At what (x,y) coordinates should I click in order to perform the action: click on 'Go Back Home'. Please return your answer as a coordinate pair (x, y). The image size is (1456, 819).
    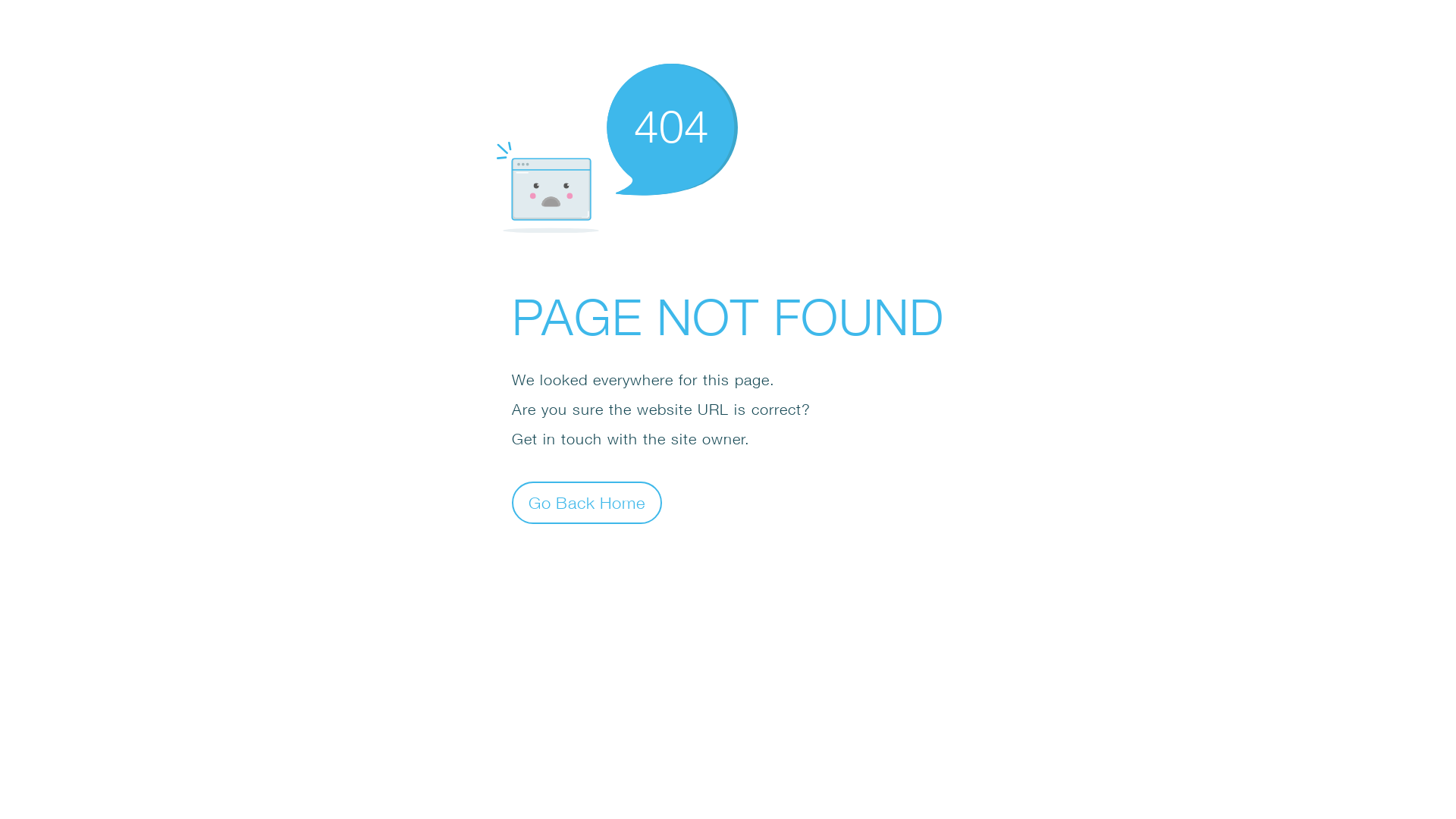
    Looking at the image, I should click on (585, 503).